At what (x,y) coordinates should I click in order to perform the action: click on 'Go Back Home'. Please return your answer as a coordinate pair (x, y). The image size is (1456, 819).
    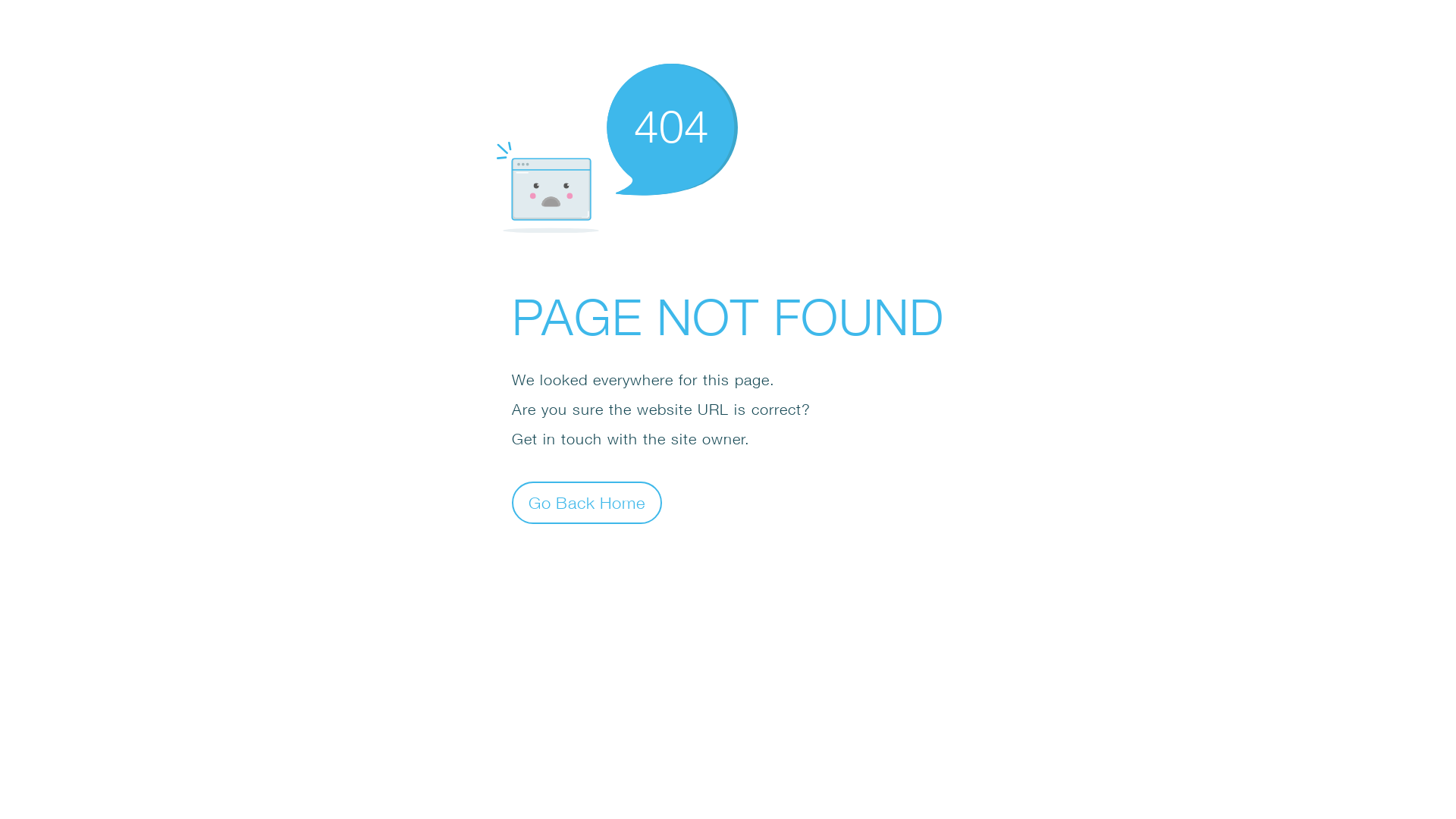
    Looking at the image, I should click on (585, 503).